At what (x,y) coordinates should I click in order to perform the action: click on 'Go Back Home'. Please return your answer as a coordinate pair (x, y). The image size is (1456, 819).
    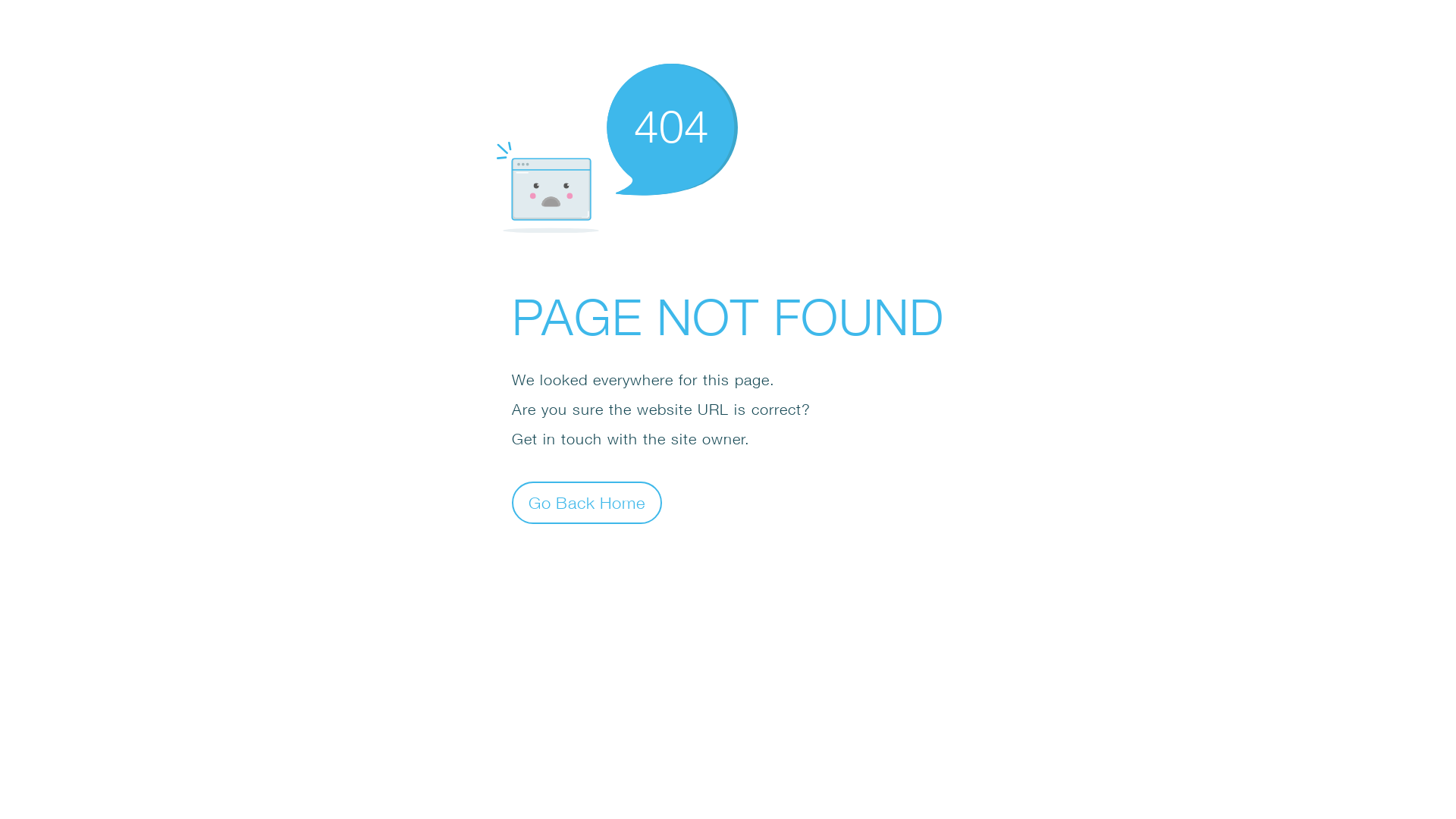
    Looking at the image, I should click on (585, 503).